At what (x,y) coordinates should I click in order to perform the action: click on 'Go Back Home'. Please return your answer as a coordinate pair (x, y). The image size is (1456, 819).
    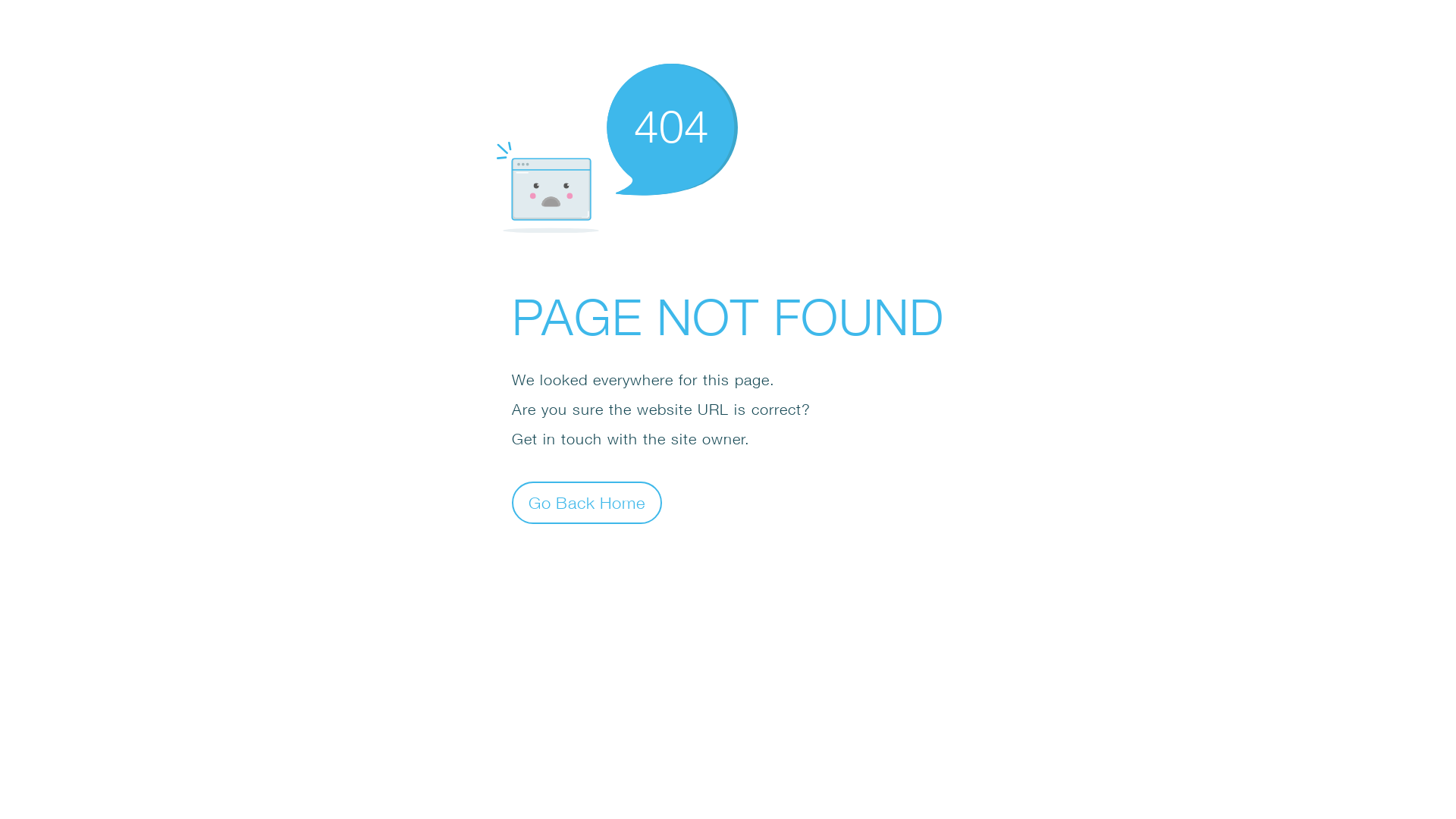
    Looking at the image, I should click on (585, 503).